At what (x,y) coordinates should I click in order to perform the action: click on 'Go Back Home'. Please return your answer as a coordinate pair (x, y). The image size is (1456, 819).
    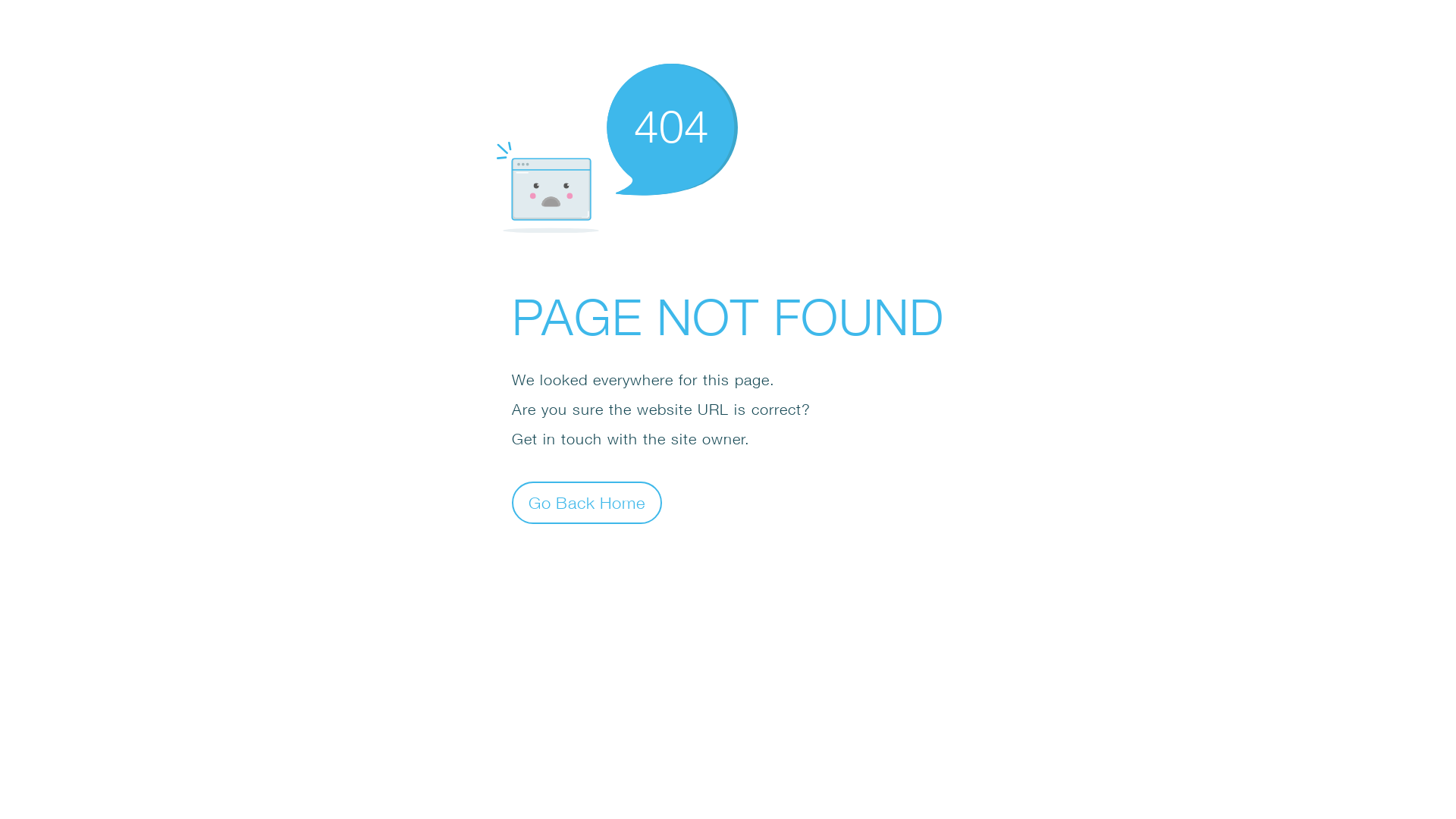
    Looking at the image, I should click on (585, 503).